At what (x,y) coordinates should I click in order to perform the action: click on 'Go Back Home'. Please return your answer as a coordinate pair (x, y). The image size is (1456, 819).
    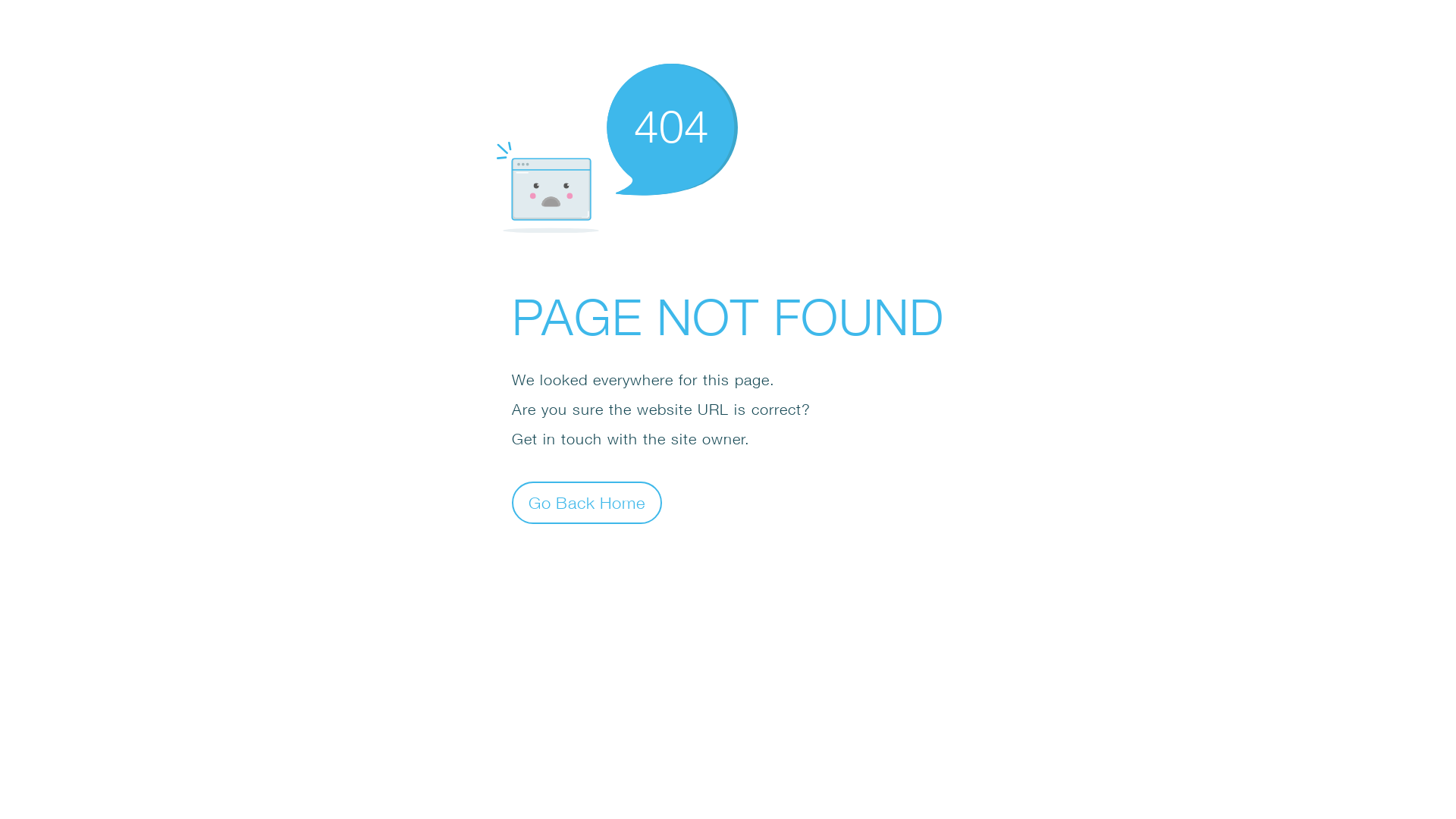
    Looking at the image, I should click on (585, 503).